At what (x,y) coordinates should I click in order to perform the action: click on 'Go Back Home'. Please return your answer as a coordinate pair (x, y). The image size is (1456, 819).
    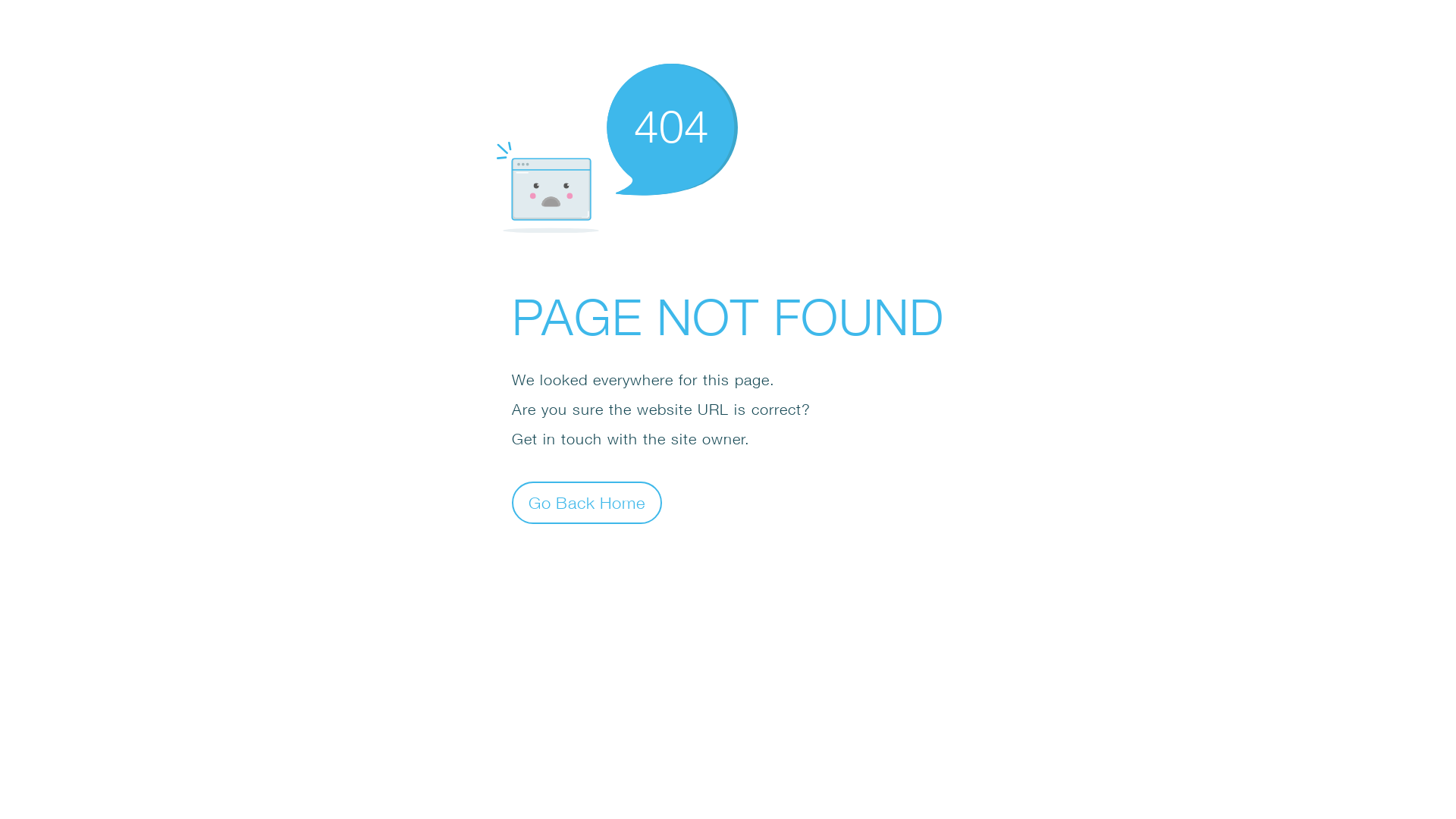
    Looking at the image, I should click on (585, 503).